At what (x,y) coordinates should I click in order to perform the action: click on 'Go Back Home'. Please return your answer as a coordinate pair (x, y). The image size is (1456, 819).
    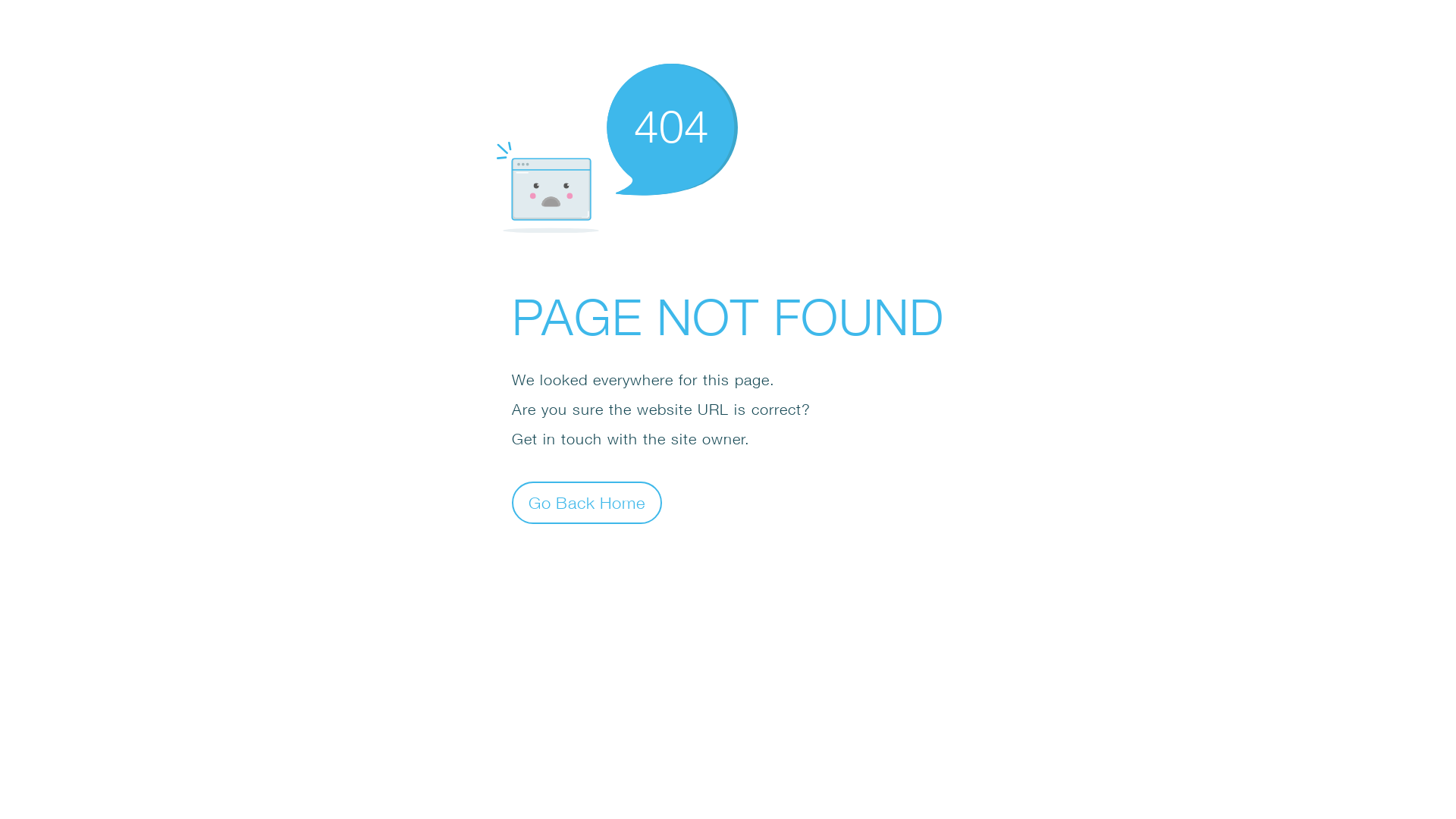
    Looking at the image, I should click on (585, 503).